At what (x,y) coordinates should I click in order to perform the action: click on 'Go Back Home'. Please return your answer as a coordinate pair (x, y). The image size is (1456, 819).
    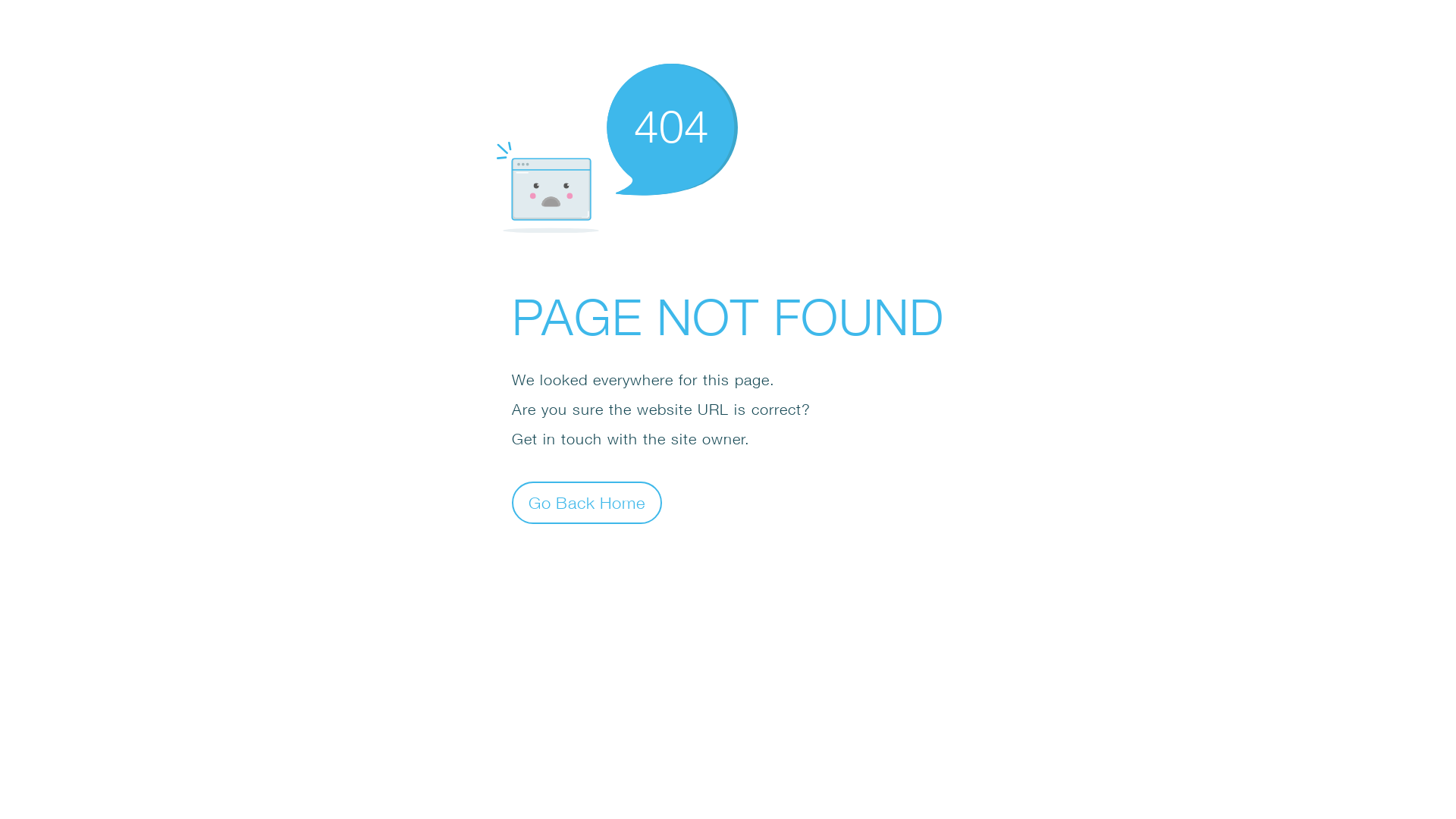
    Looking at the image, I should click on (585, 503).